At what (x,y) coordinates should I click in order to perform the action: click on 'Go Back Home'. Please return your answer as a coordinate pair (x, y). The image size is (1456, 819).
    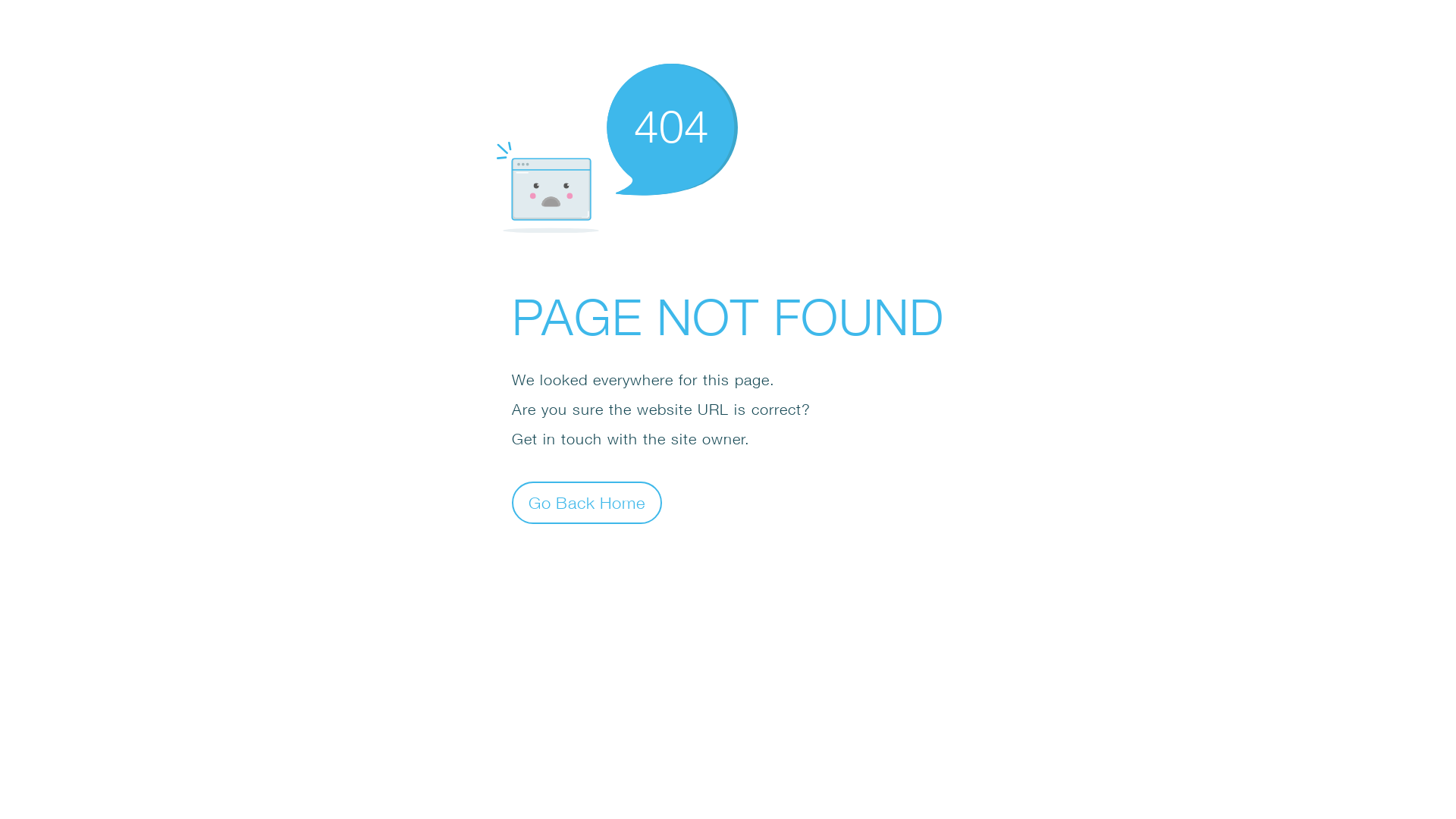
    Looking at the image, I should click on (585, 503).